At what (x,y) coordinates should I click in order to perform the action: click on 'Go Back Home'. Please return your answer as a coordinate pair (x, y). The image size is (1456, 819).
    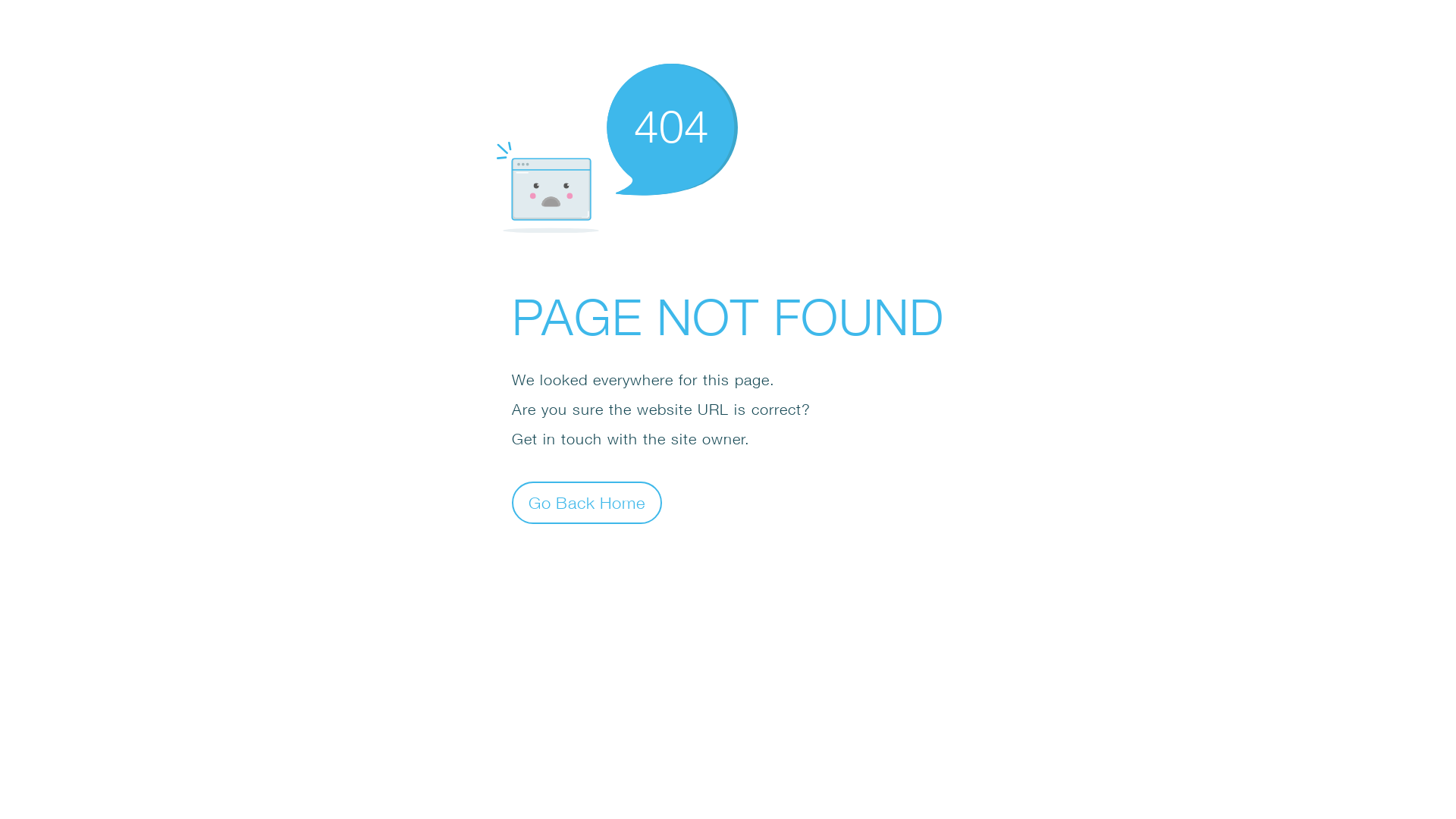
    Looking at the image, I should click on (585, 503).